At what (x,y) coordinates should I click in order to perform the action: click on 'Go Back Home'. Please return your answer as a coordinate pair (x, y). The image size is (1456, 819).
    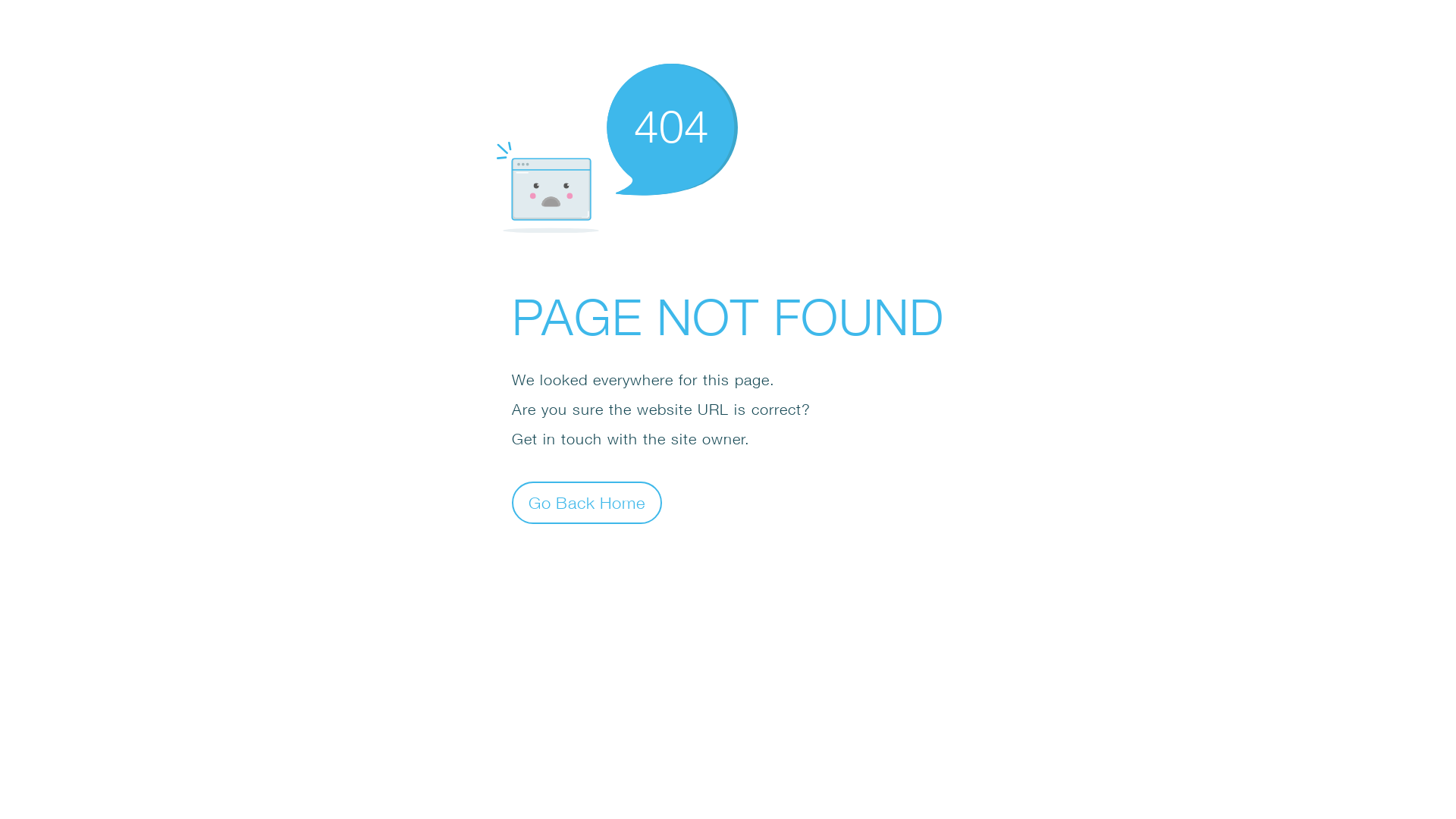
    Looking at the image, I should click on (585, 503).